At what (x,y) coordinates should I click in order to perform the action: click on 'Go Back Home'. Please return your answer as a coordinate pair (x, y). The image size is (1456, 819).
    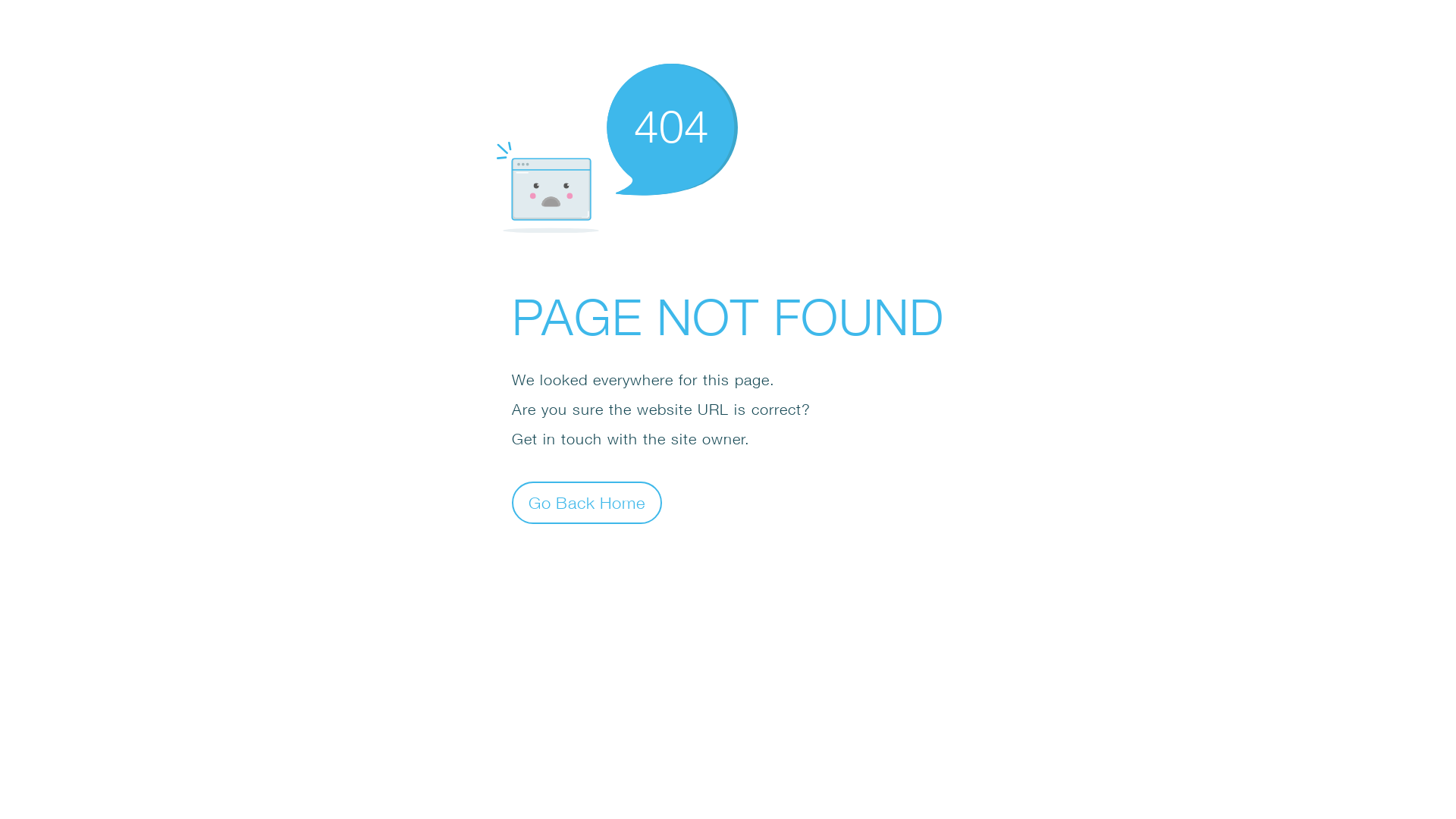
    Looking at the image, I should click on (585, 503).